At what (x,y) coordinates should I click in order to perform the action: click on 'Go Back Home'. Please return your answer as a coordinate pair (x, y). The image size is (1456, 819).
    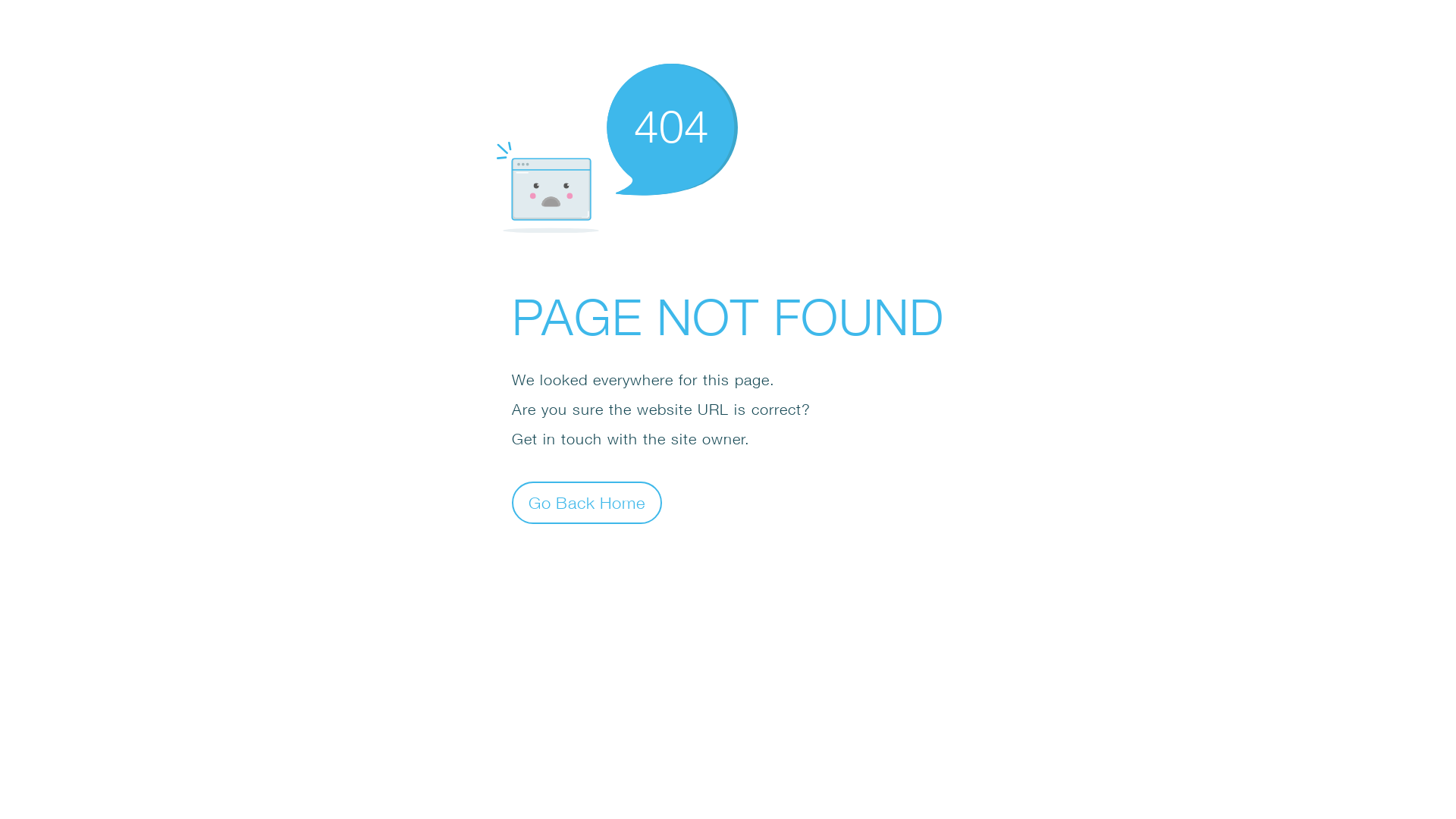
    Looking at the image, I should click on (585, 503).